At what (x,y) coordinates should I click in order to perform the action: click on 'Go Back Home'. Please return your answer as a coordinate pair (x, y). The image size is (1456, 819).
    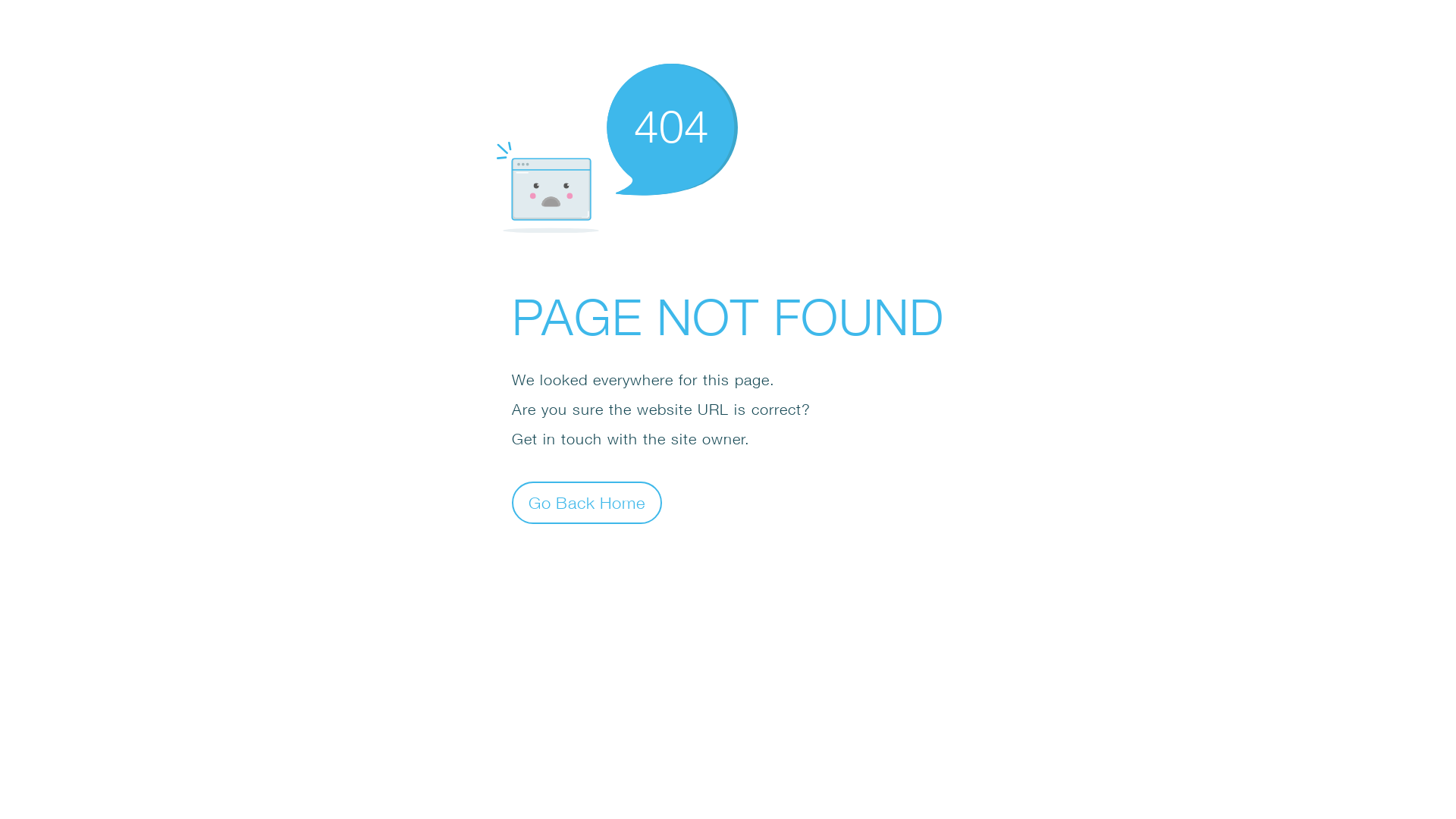
    Looking at the image, I should click on (585, 503).